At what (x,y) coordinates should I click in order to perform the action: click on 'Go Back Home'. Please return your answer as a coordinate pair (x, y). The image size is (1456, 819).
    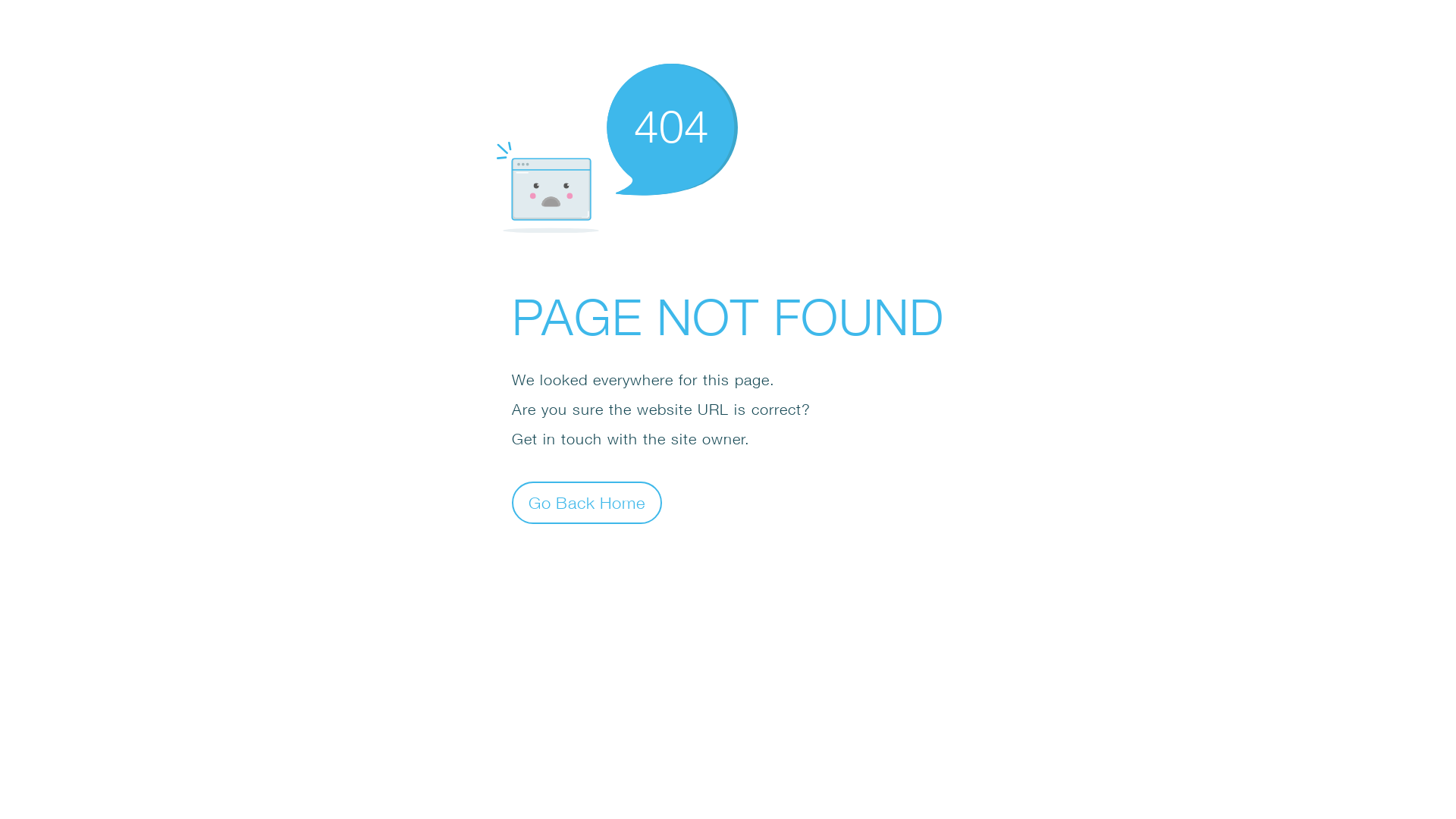
    Looking at the image, I should click on (585, 503).